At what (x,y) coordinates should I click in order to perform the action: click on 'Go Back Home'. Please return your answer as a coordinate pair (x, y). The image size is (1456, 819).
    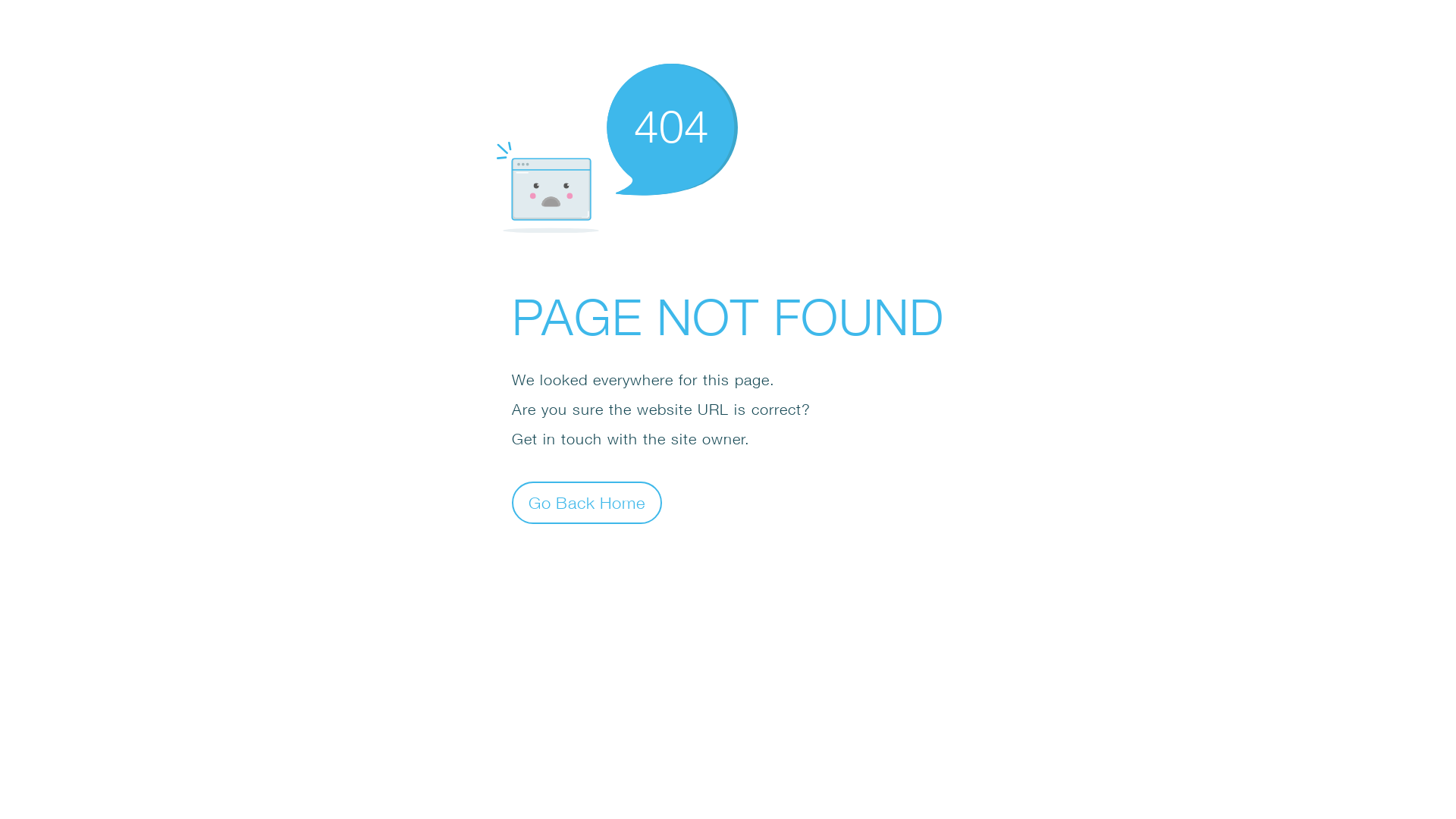
    Looking at the image, I should click on (585, 503).